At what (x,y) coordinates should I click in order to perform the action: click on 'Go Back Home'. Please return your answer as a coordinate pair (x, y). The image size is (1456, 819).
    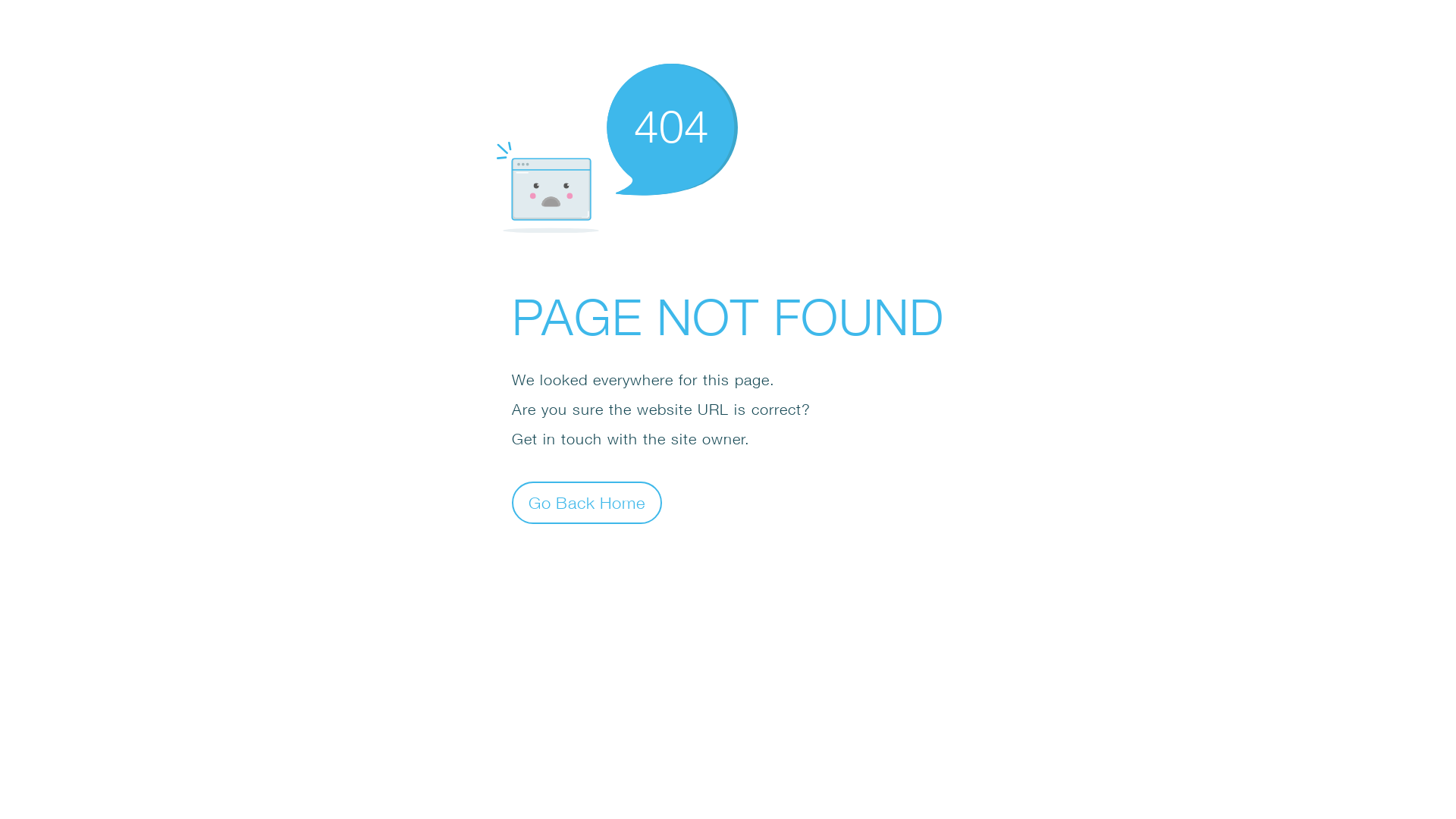
    Looking at the image, I should click on (585, 503).